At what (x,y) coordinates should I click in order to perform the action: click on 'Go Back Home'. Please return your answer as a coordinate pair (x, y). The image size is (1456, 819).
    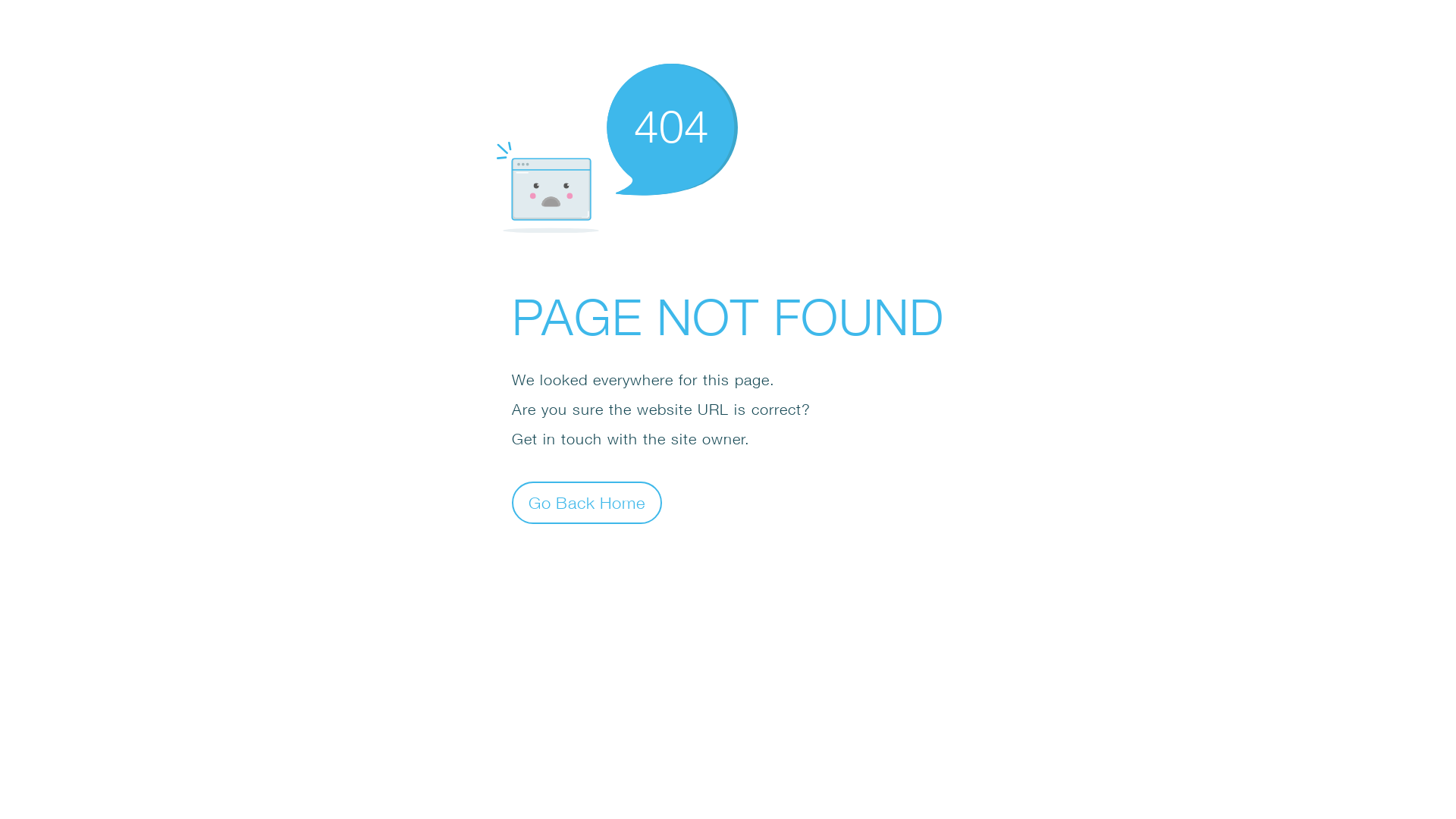
    Looking at the image, I should click on (585, 503).